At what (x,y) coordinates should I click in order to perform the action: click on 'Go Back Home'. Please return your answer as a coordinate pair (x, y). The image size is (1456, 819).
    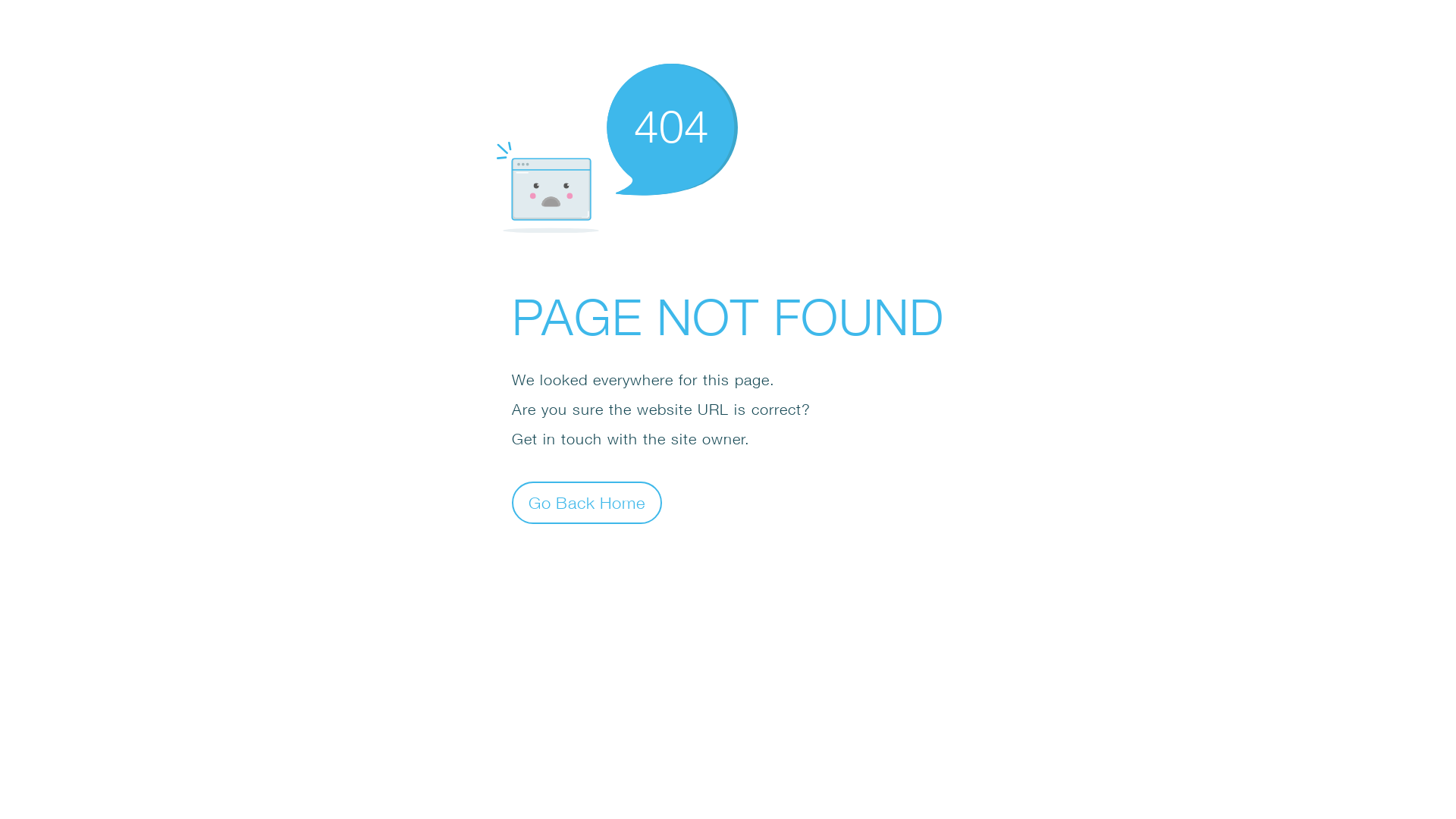
    Looking at the image, I should click on (585, 503).